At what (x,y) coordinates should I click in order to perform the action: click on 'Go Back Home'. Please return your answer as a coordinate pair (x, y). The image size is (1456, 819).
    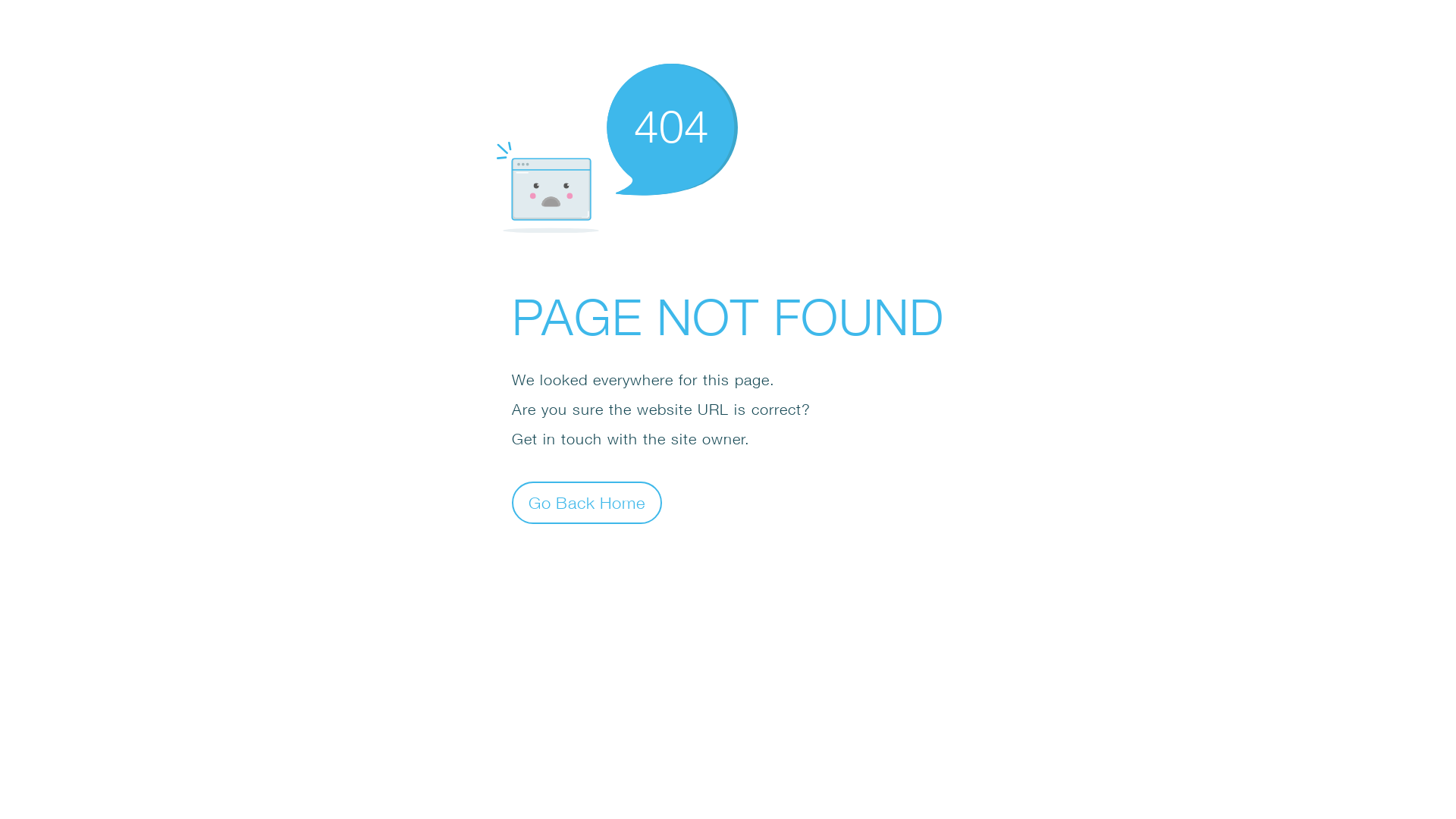
    Looking at the image, I should click on (585, 503).